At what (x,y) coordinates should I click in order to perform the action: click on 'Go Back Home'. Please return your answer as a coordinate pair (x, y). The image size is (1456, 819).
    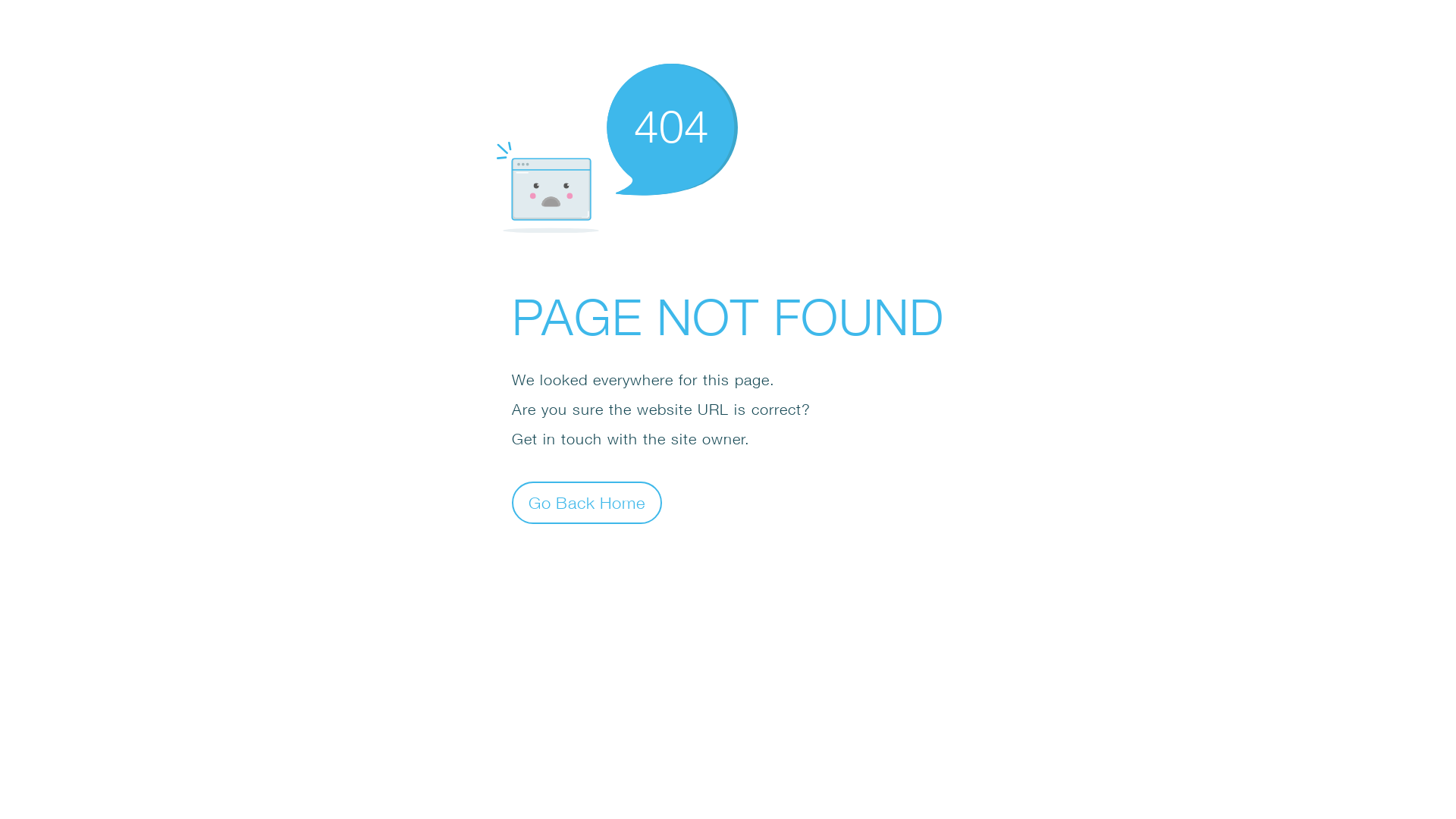
    Looking at the image, I should click on (585, 503).